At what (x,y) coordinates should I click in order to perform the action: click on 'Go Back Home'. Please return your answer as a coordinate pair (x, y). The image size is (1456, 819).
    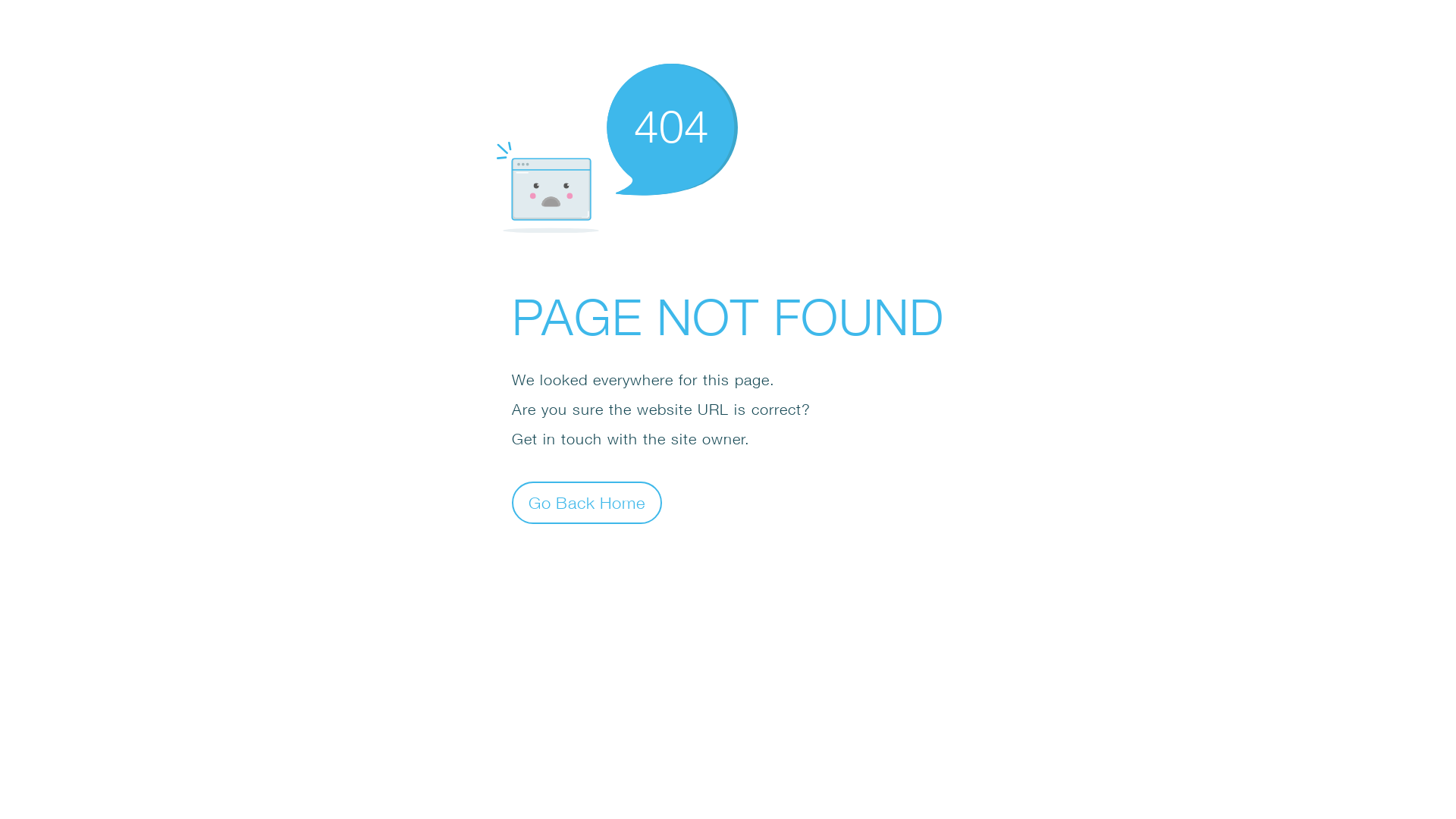
    Looking at the image, I should click on (585, 503).